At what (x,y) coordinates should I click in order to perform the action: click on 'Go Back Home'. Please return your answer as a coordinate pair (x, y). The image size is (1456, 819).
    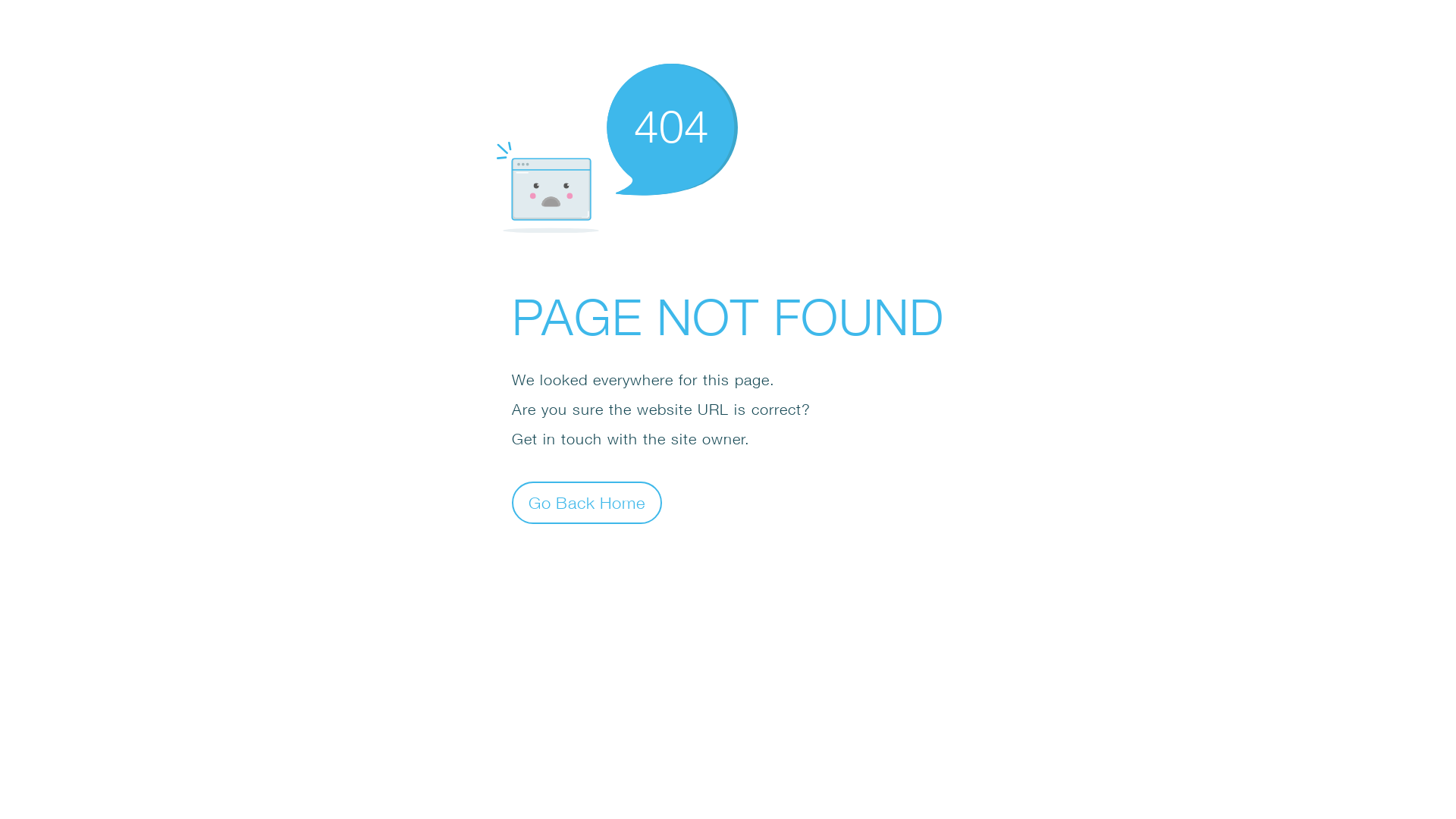
    Looking at the image, I should click on (585, 503).